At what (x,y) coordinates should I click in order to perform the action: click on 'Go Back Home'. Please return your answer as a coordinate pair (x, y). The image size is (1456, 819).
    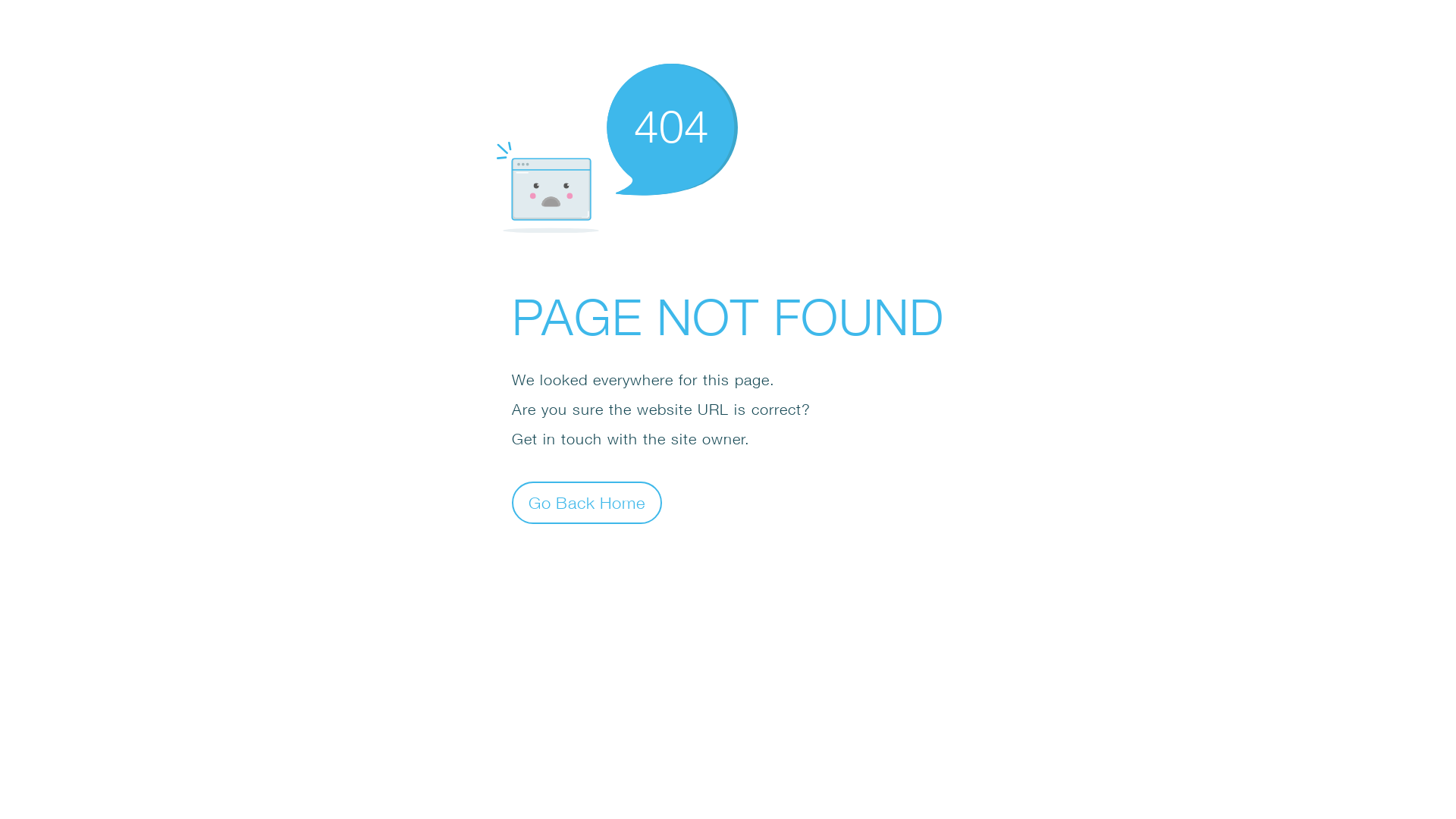
    Looking at the image, I should click on (585, 503).